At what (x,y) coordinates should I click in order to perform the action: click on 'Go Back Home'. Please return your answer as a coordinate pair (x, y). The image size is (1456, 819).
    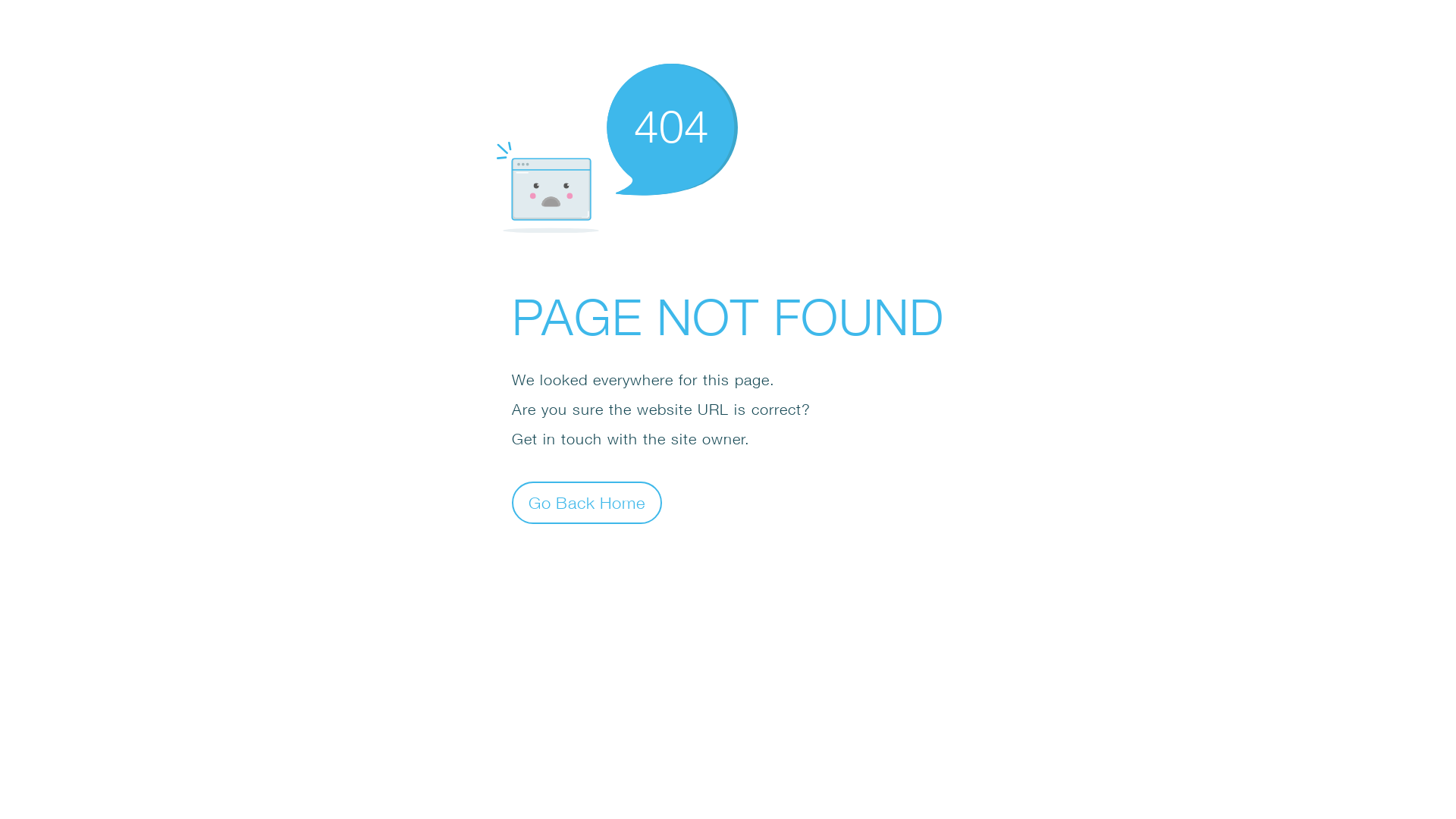
    Looking at the image, I should click on (585, 503).